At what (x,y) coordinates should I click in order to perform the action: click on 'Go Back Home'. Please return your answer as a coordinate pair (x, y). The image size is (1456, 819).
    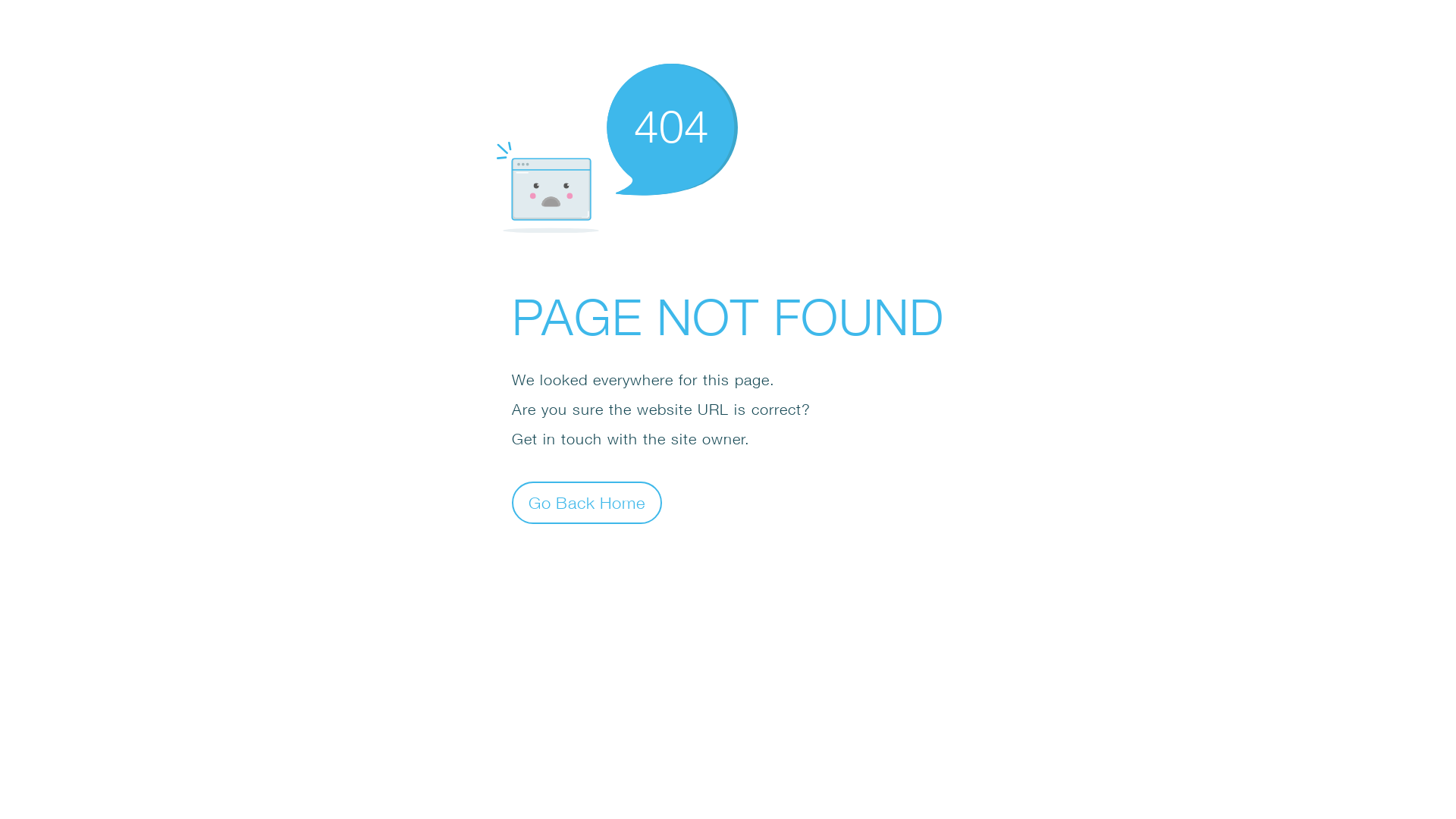
    Looking at the image, I should click on (585, 503).